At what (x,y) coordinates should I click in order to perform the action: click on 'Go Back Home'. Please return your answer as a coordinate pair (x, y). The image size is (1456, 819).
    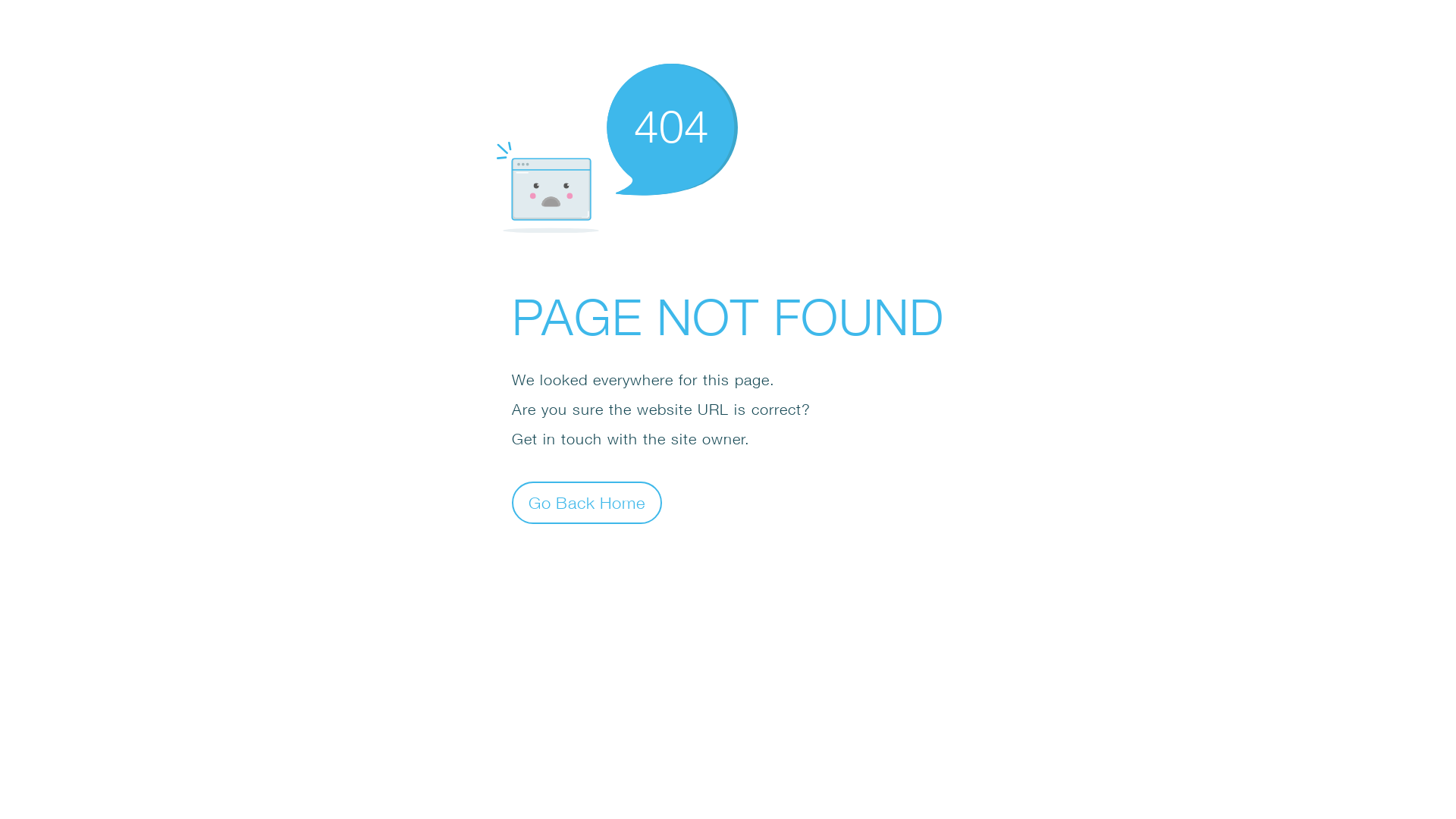
    Looking at the image, I should click on (585, 503).